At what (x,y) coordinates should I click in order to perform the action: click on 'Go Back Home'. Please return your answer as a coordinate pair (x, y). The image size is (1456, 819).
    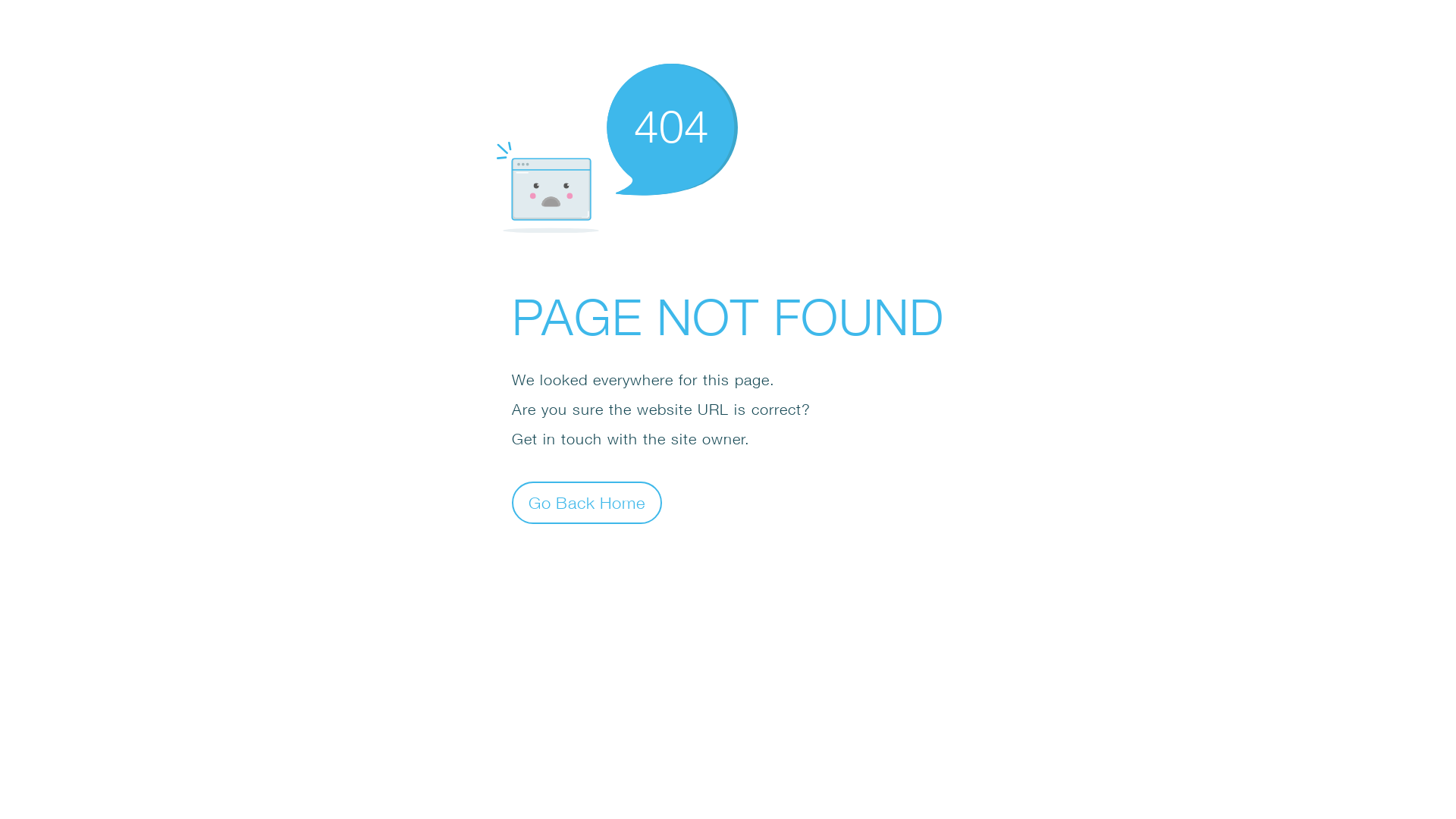
    Looking at the image, I should click on (585, 503).